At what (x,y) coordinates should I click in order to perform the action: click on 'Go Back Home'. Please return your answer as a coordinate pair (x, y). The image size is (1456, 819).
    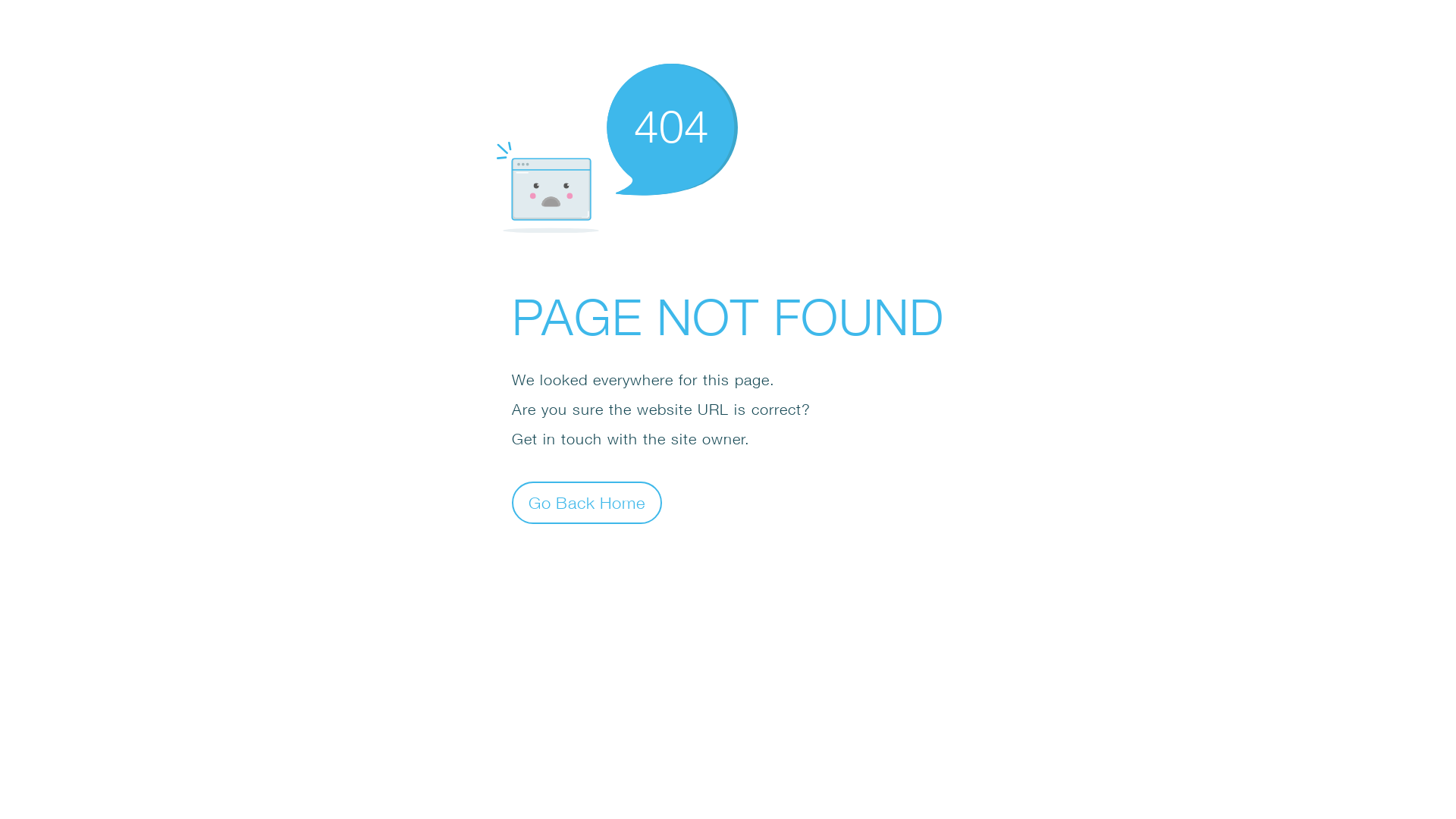
    Looking at the image, I should click on (585, 503).